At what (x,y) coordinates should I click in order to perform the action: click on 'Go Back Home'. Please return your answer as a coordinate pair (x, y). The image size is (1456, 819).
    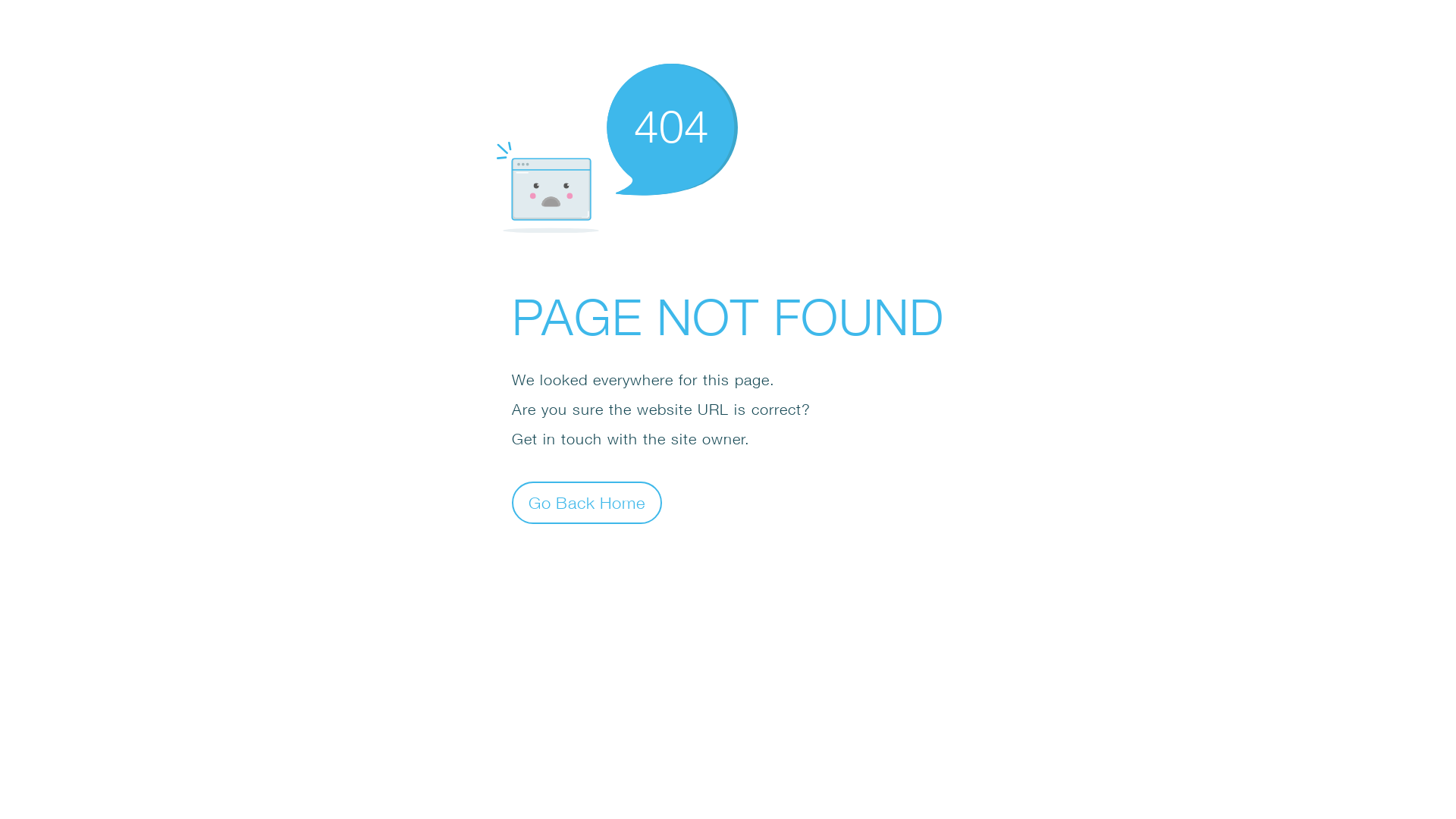
    Looking at the image, I should click on (585, 503).